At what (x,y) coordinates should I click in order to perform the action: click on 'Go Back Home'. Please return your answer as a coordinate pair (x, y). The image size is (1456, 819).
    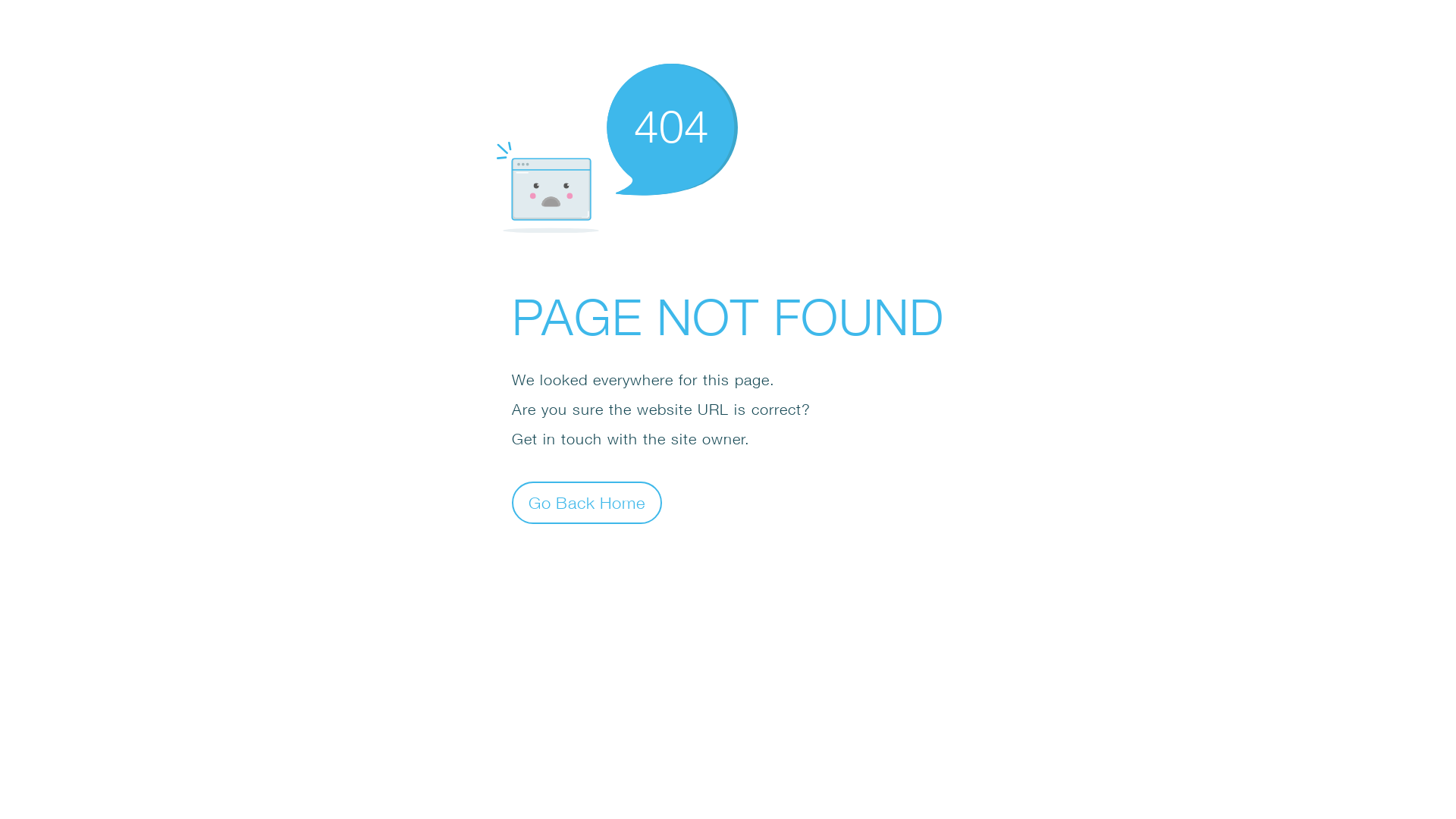
    Looking at the image, I should click on (585, 503).